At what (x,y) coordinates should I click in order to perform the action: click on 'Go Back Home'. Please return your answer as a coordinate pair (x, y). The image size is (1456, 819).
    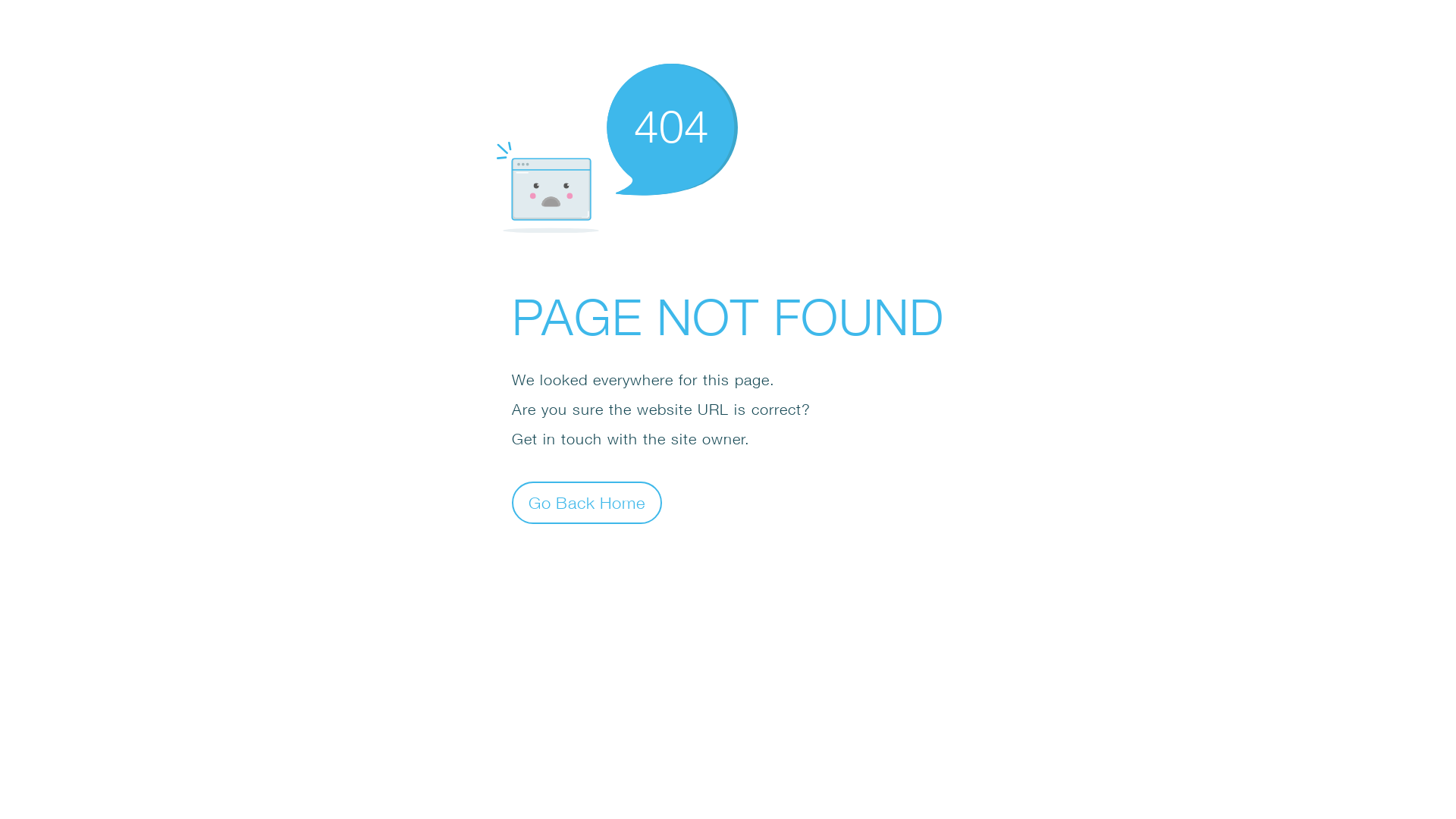
    Looking at the image, I should click on (585, 503).